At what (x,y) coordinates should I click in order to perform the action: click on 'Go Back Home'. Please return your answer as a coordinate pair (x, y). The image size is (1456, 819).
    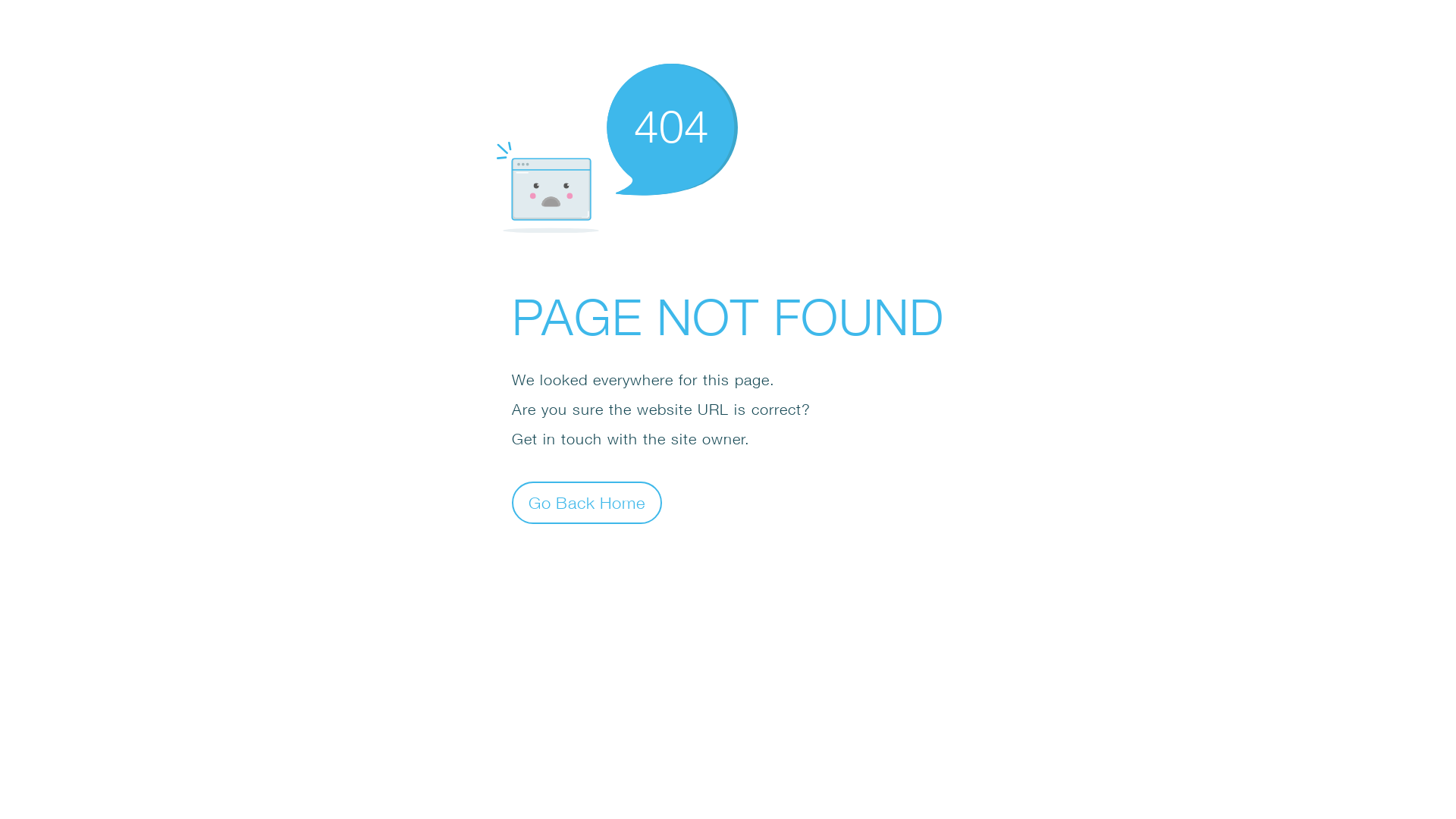
    Looking at the image, I should click on (585, 503).